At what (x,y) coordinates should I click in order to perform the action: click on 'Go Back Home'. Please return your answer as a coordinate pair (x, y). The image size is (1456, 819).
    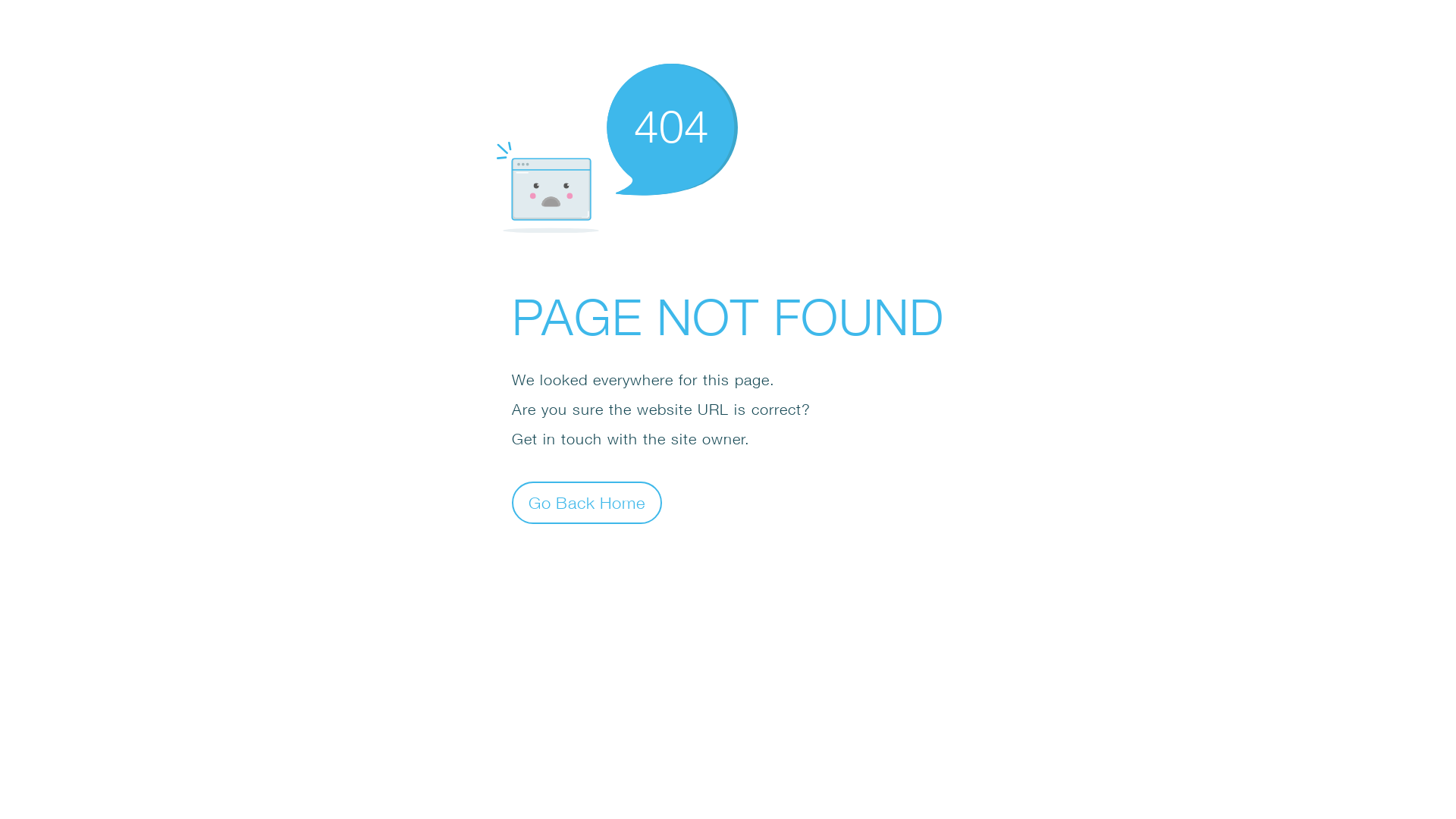
    Looking at the image, I should click on (585, 503).